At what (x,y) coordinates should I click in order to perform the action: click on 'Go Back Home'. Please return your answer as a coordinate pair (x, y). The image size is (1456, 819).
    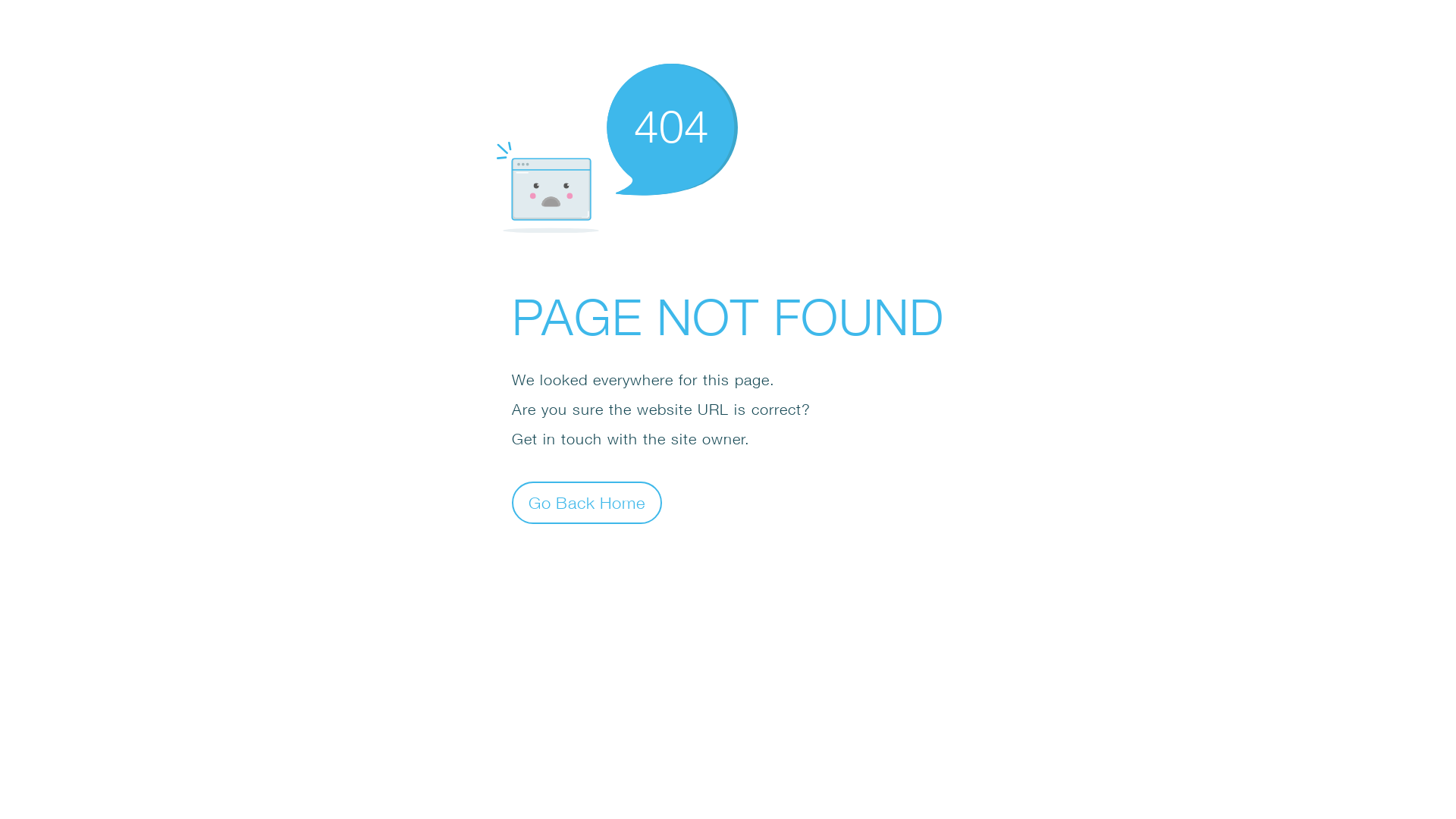
    Looking at the image, I should click on (585, 503).